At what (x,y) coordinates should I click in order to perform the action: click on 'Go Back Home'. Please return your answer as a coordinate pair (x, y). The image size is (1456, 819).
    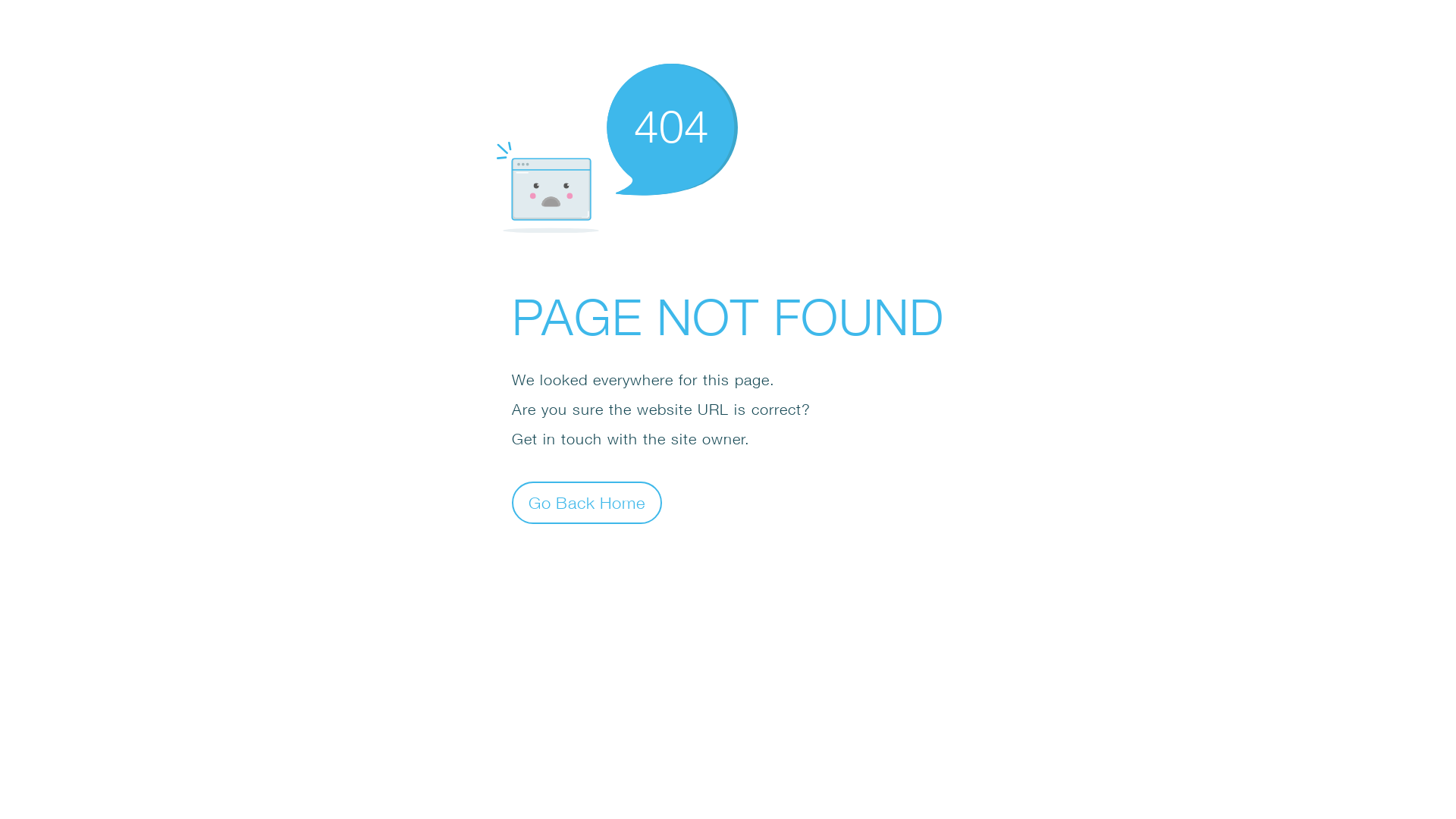
    Looking at the image, I should click on (585, 503).